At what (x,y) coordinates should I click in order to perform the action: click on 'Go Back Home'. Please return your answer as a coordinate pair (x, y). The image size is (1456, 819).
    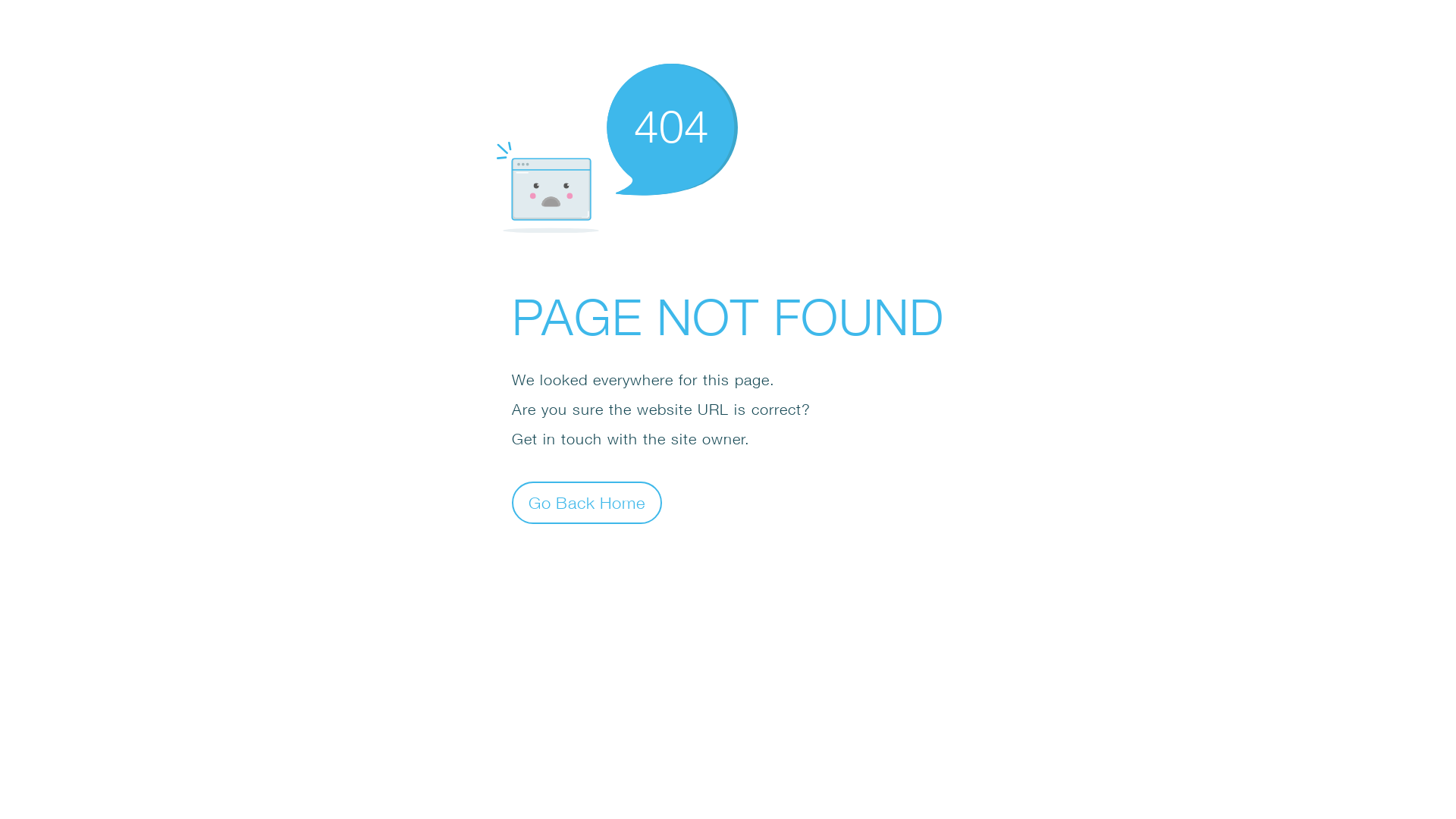
    Looking at the image, I should click on (585, 503).